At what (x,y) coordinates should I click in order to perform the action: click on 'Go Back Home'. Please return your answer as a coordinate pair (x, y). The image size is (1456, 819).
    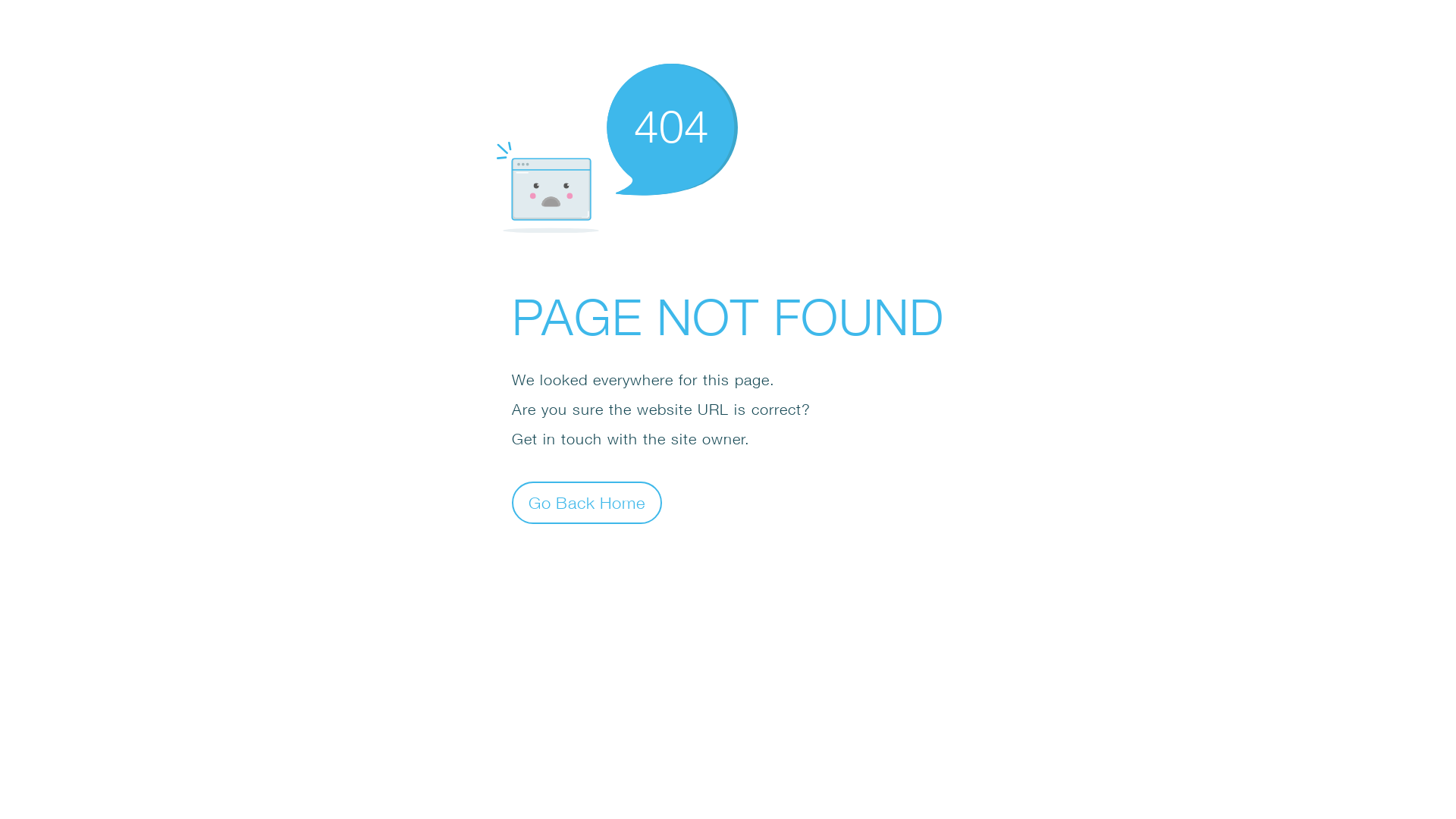
    Looking at the image, I should click on (585, 503).